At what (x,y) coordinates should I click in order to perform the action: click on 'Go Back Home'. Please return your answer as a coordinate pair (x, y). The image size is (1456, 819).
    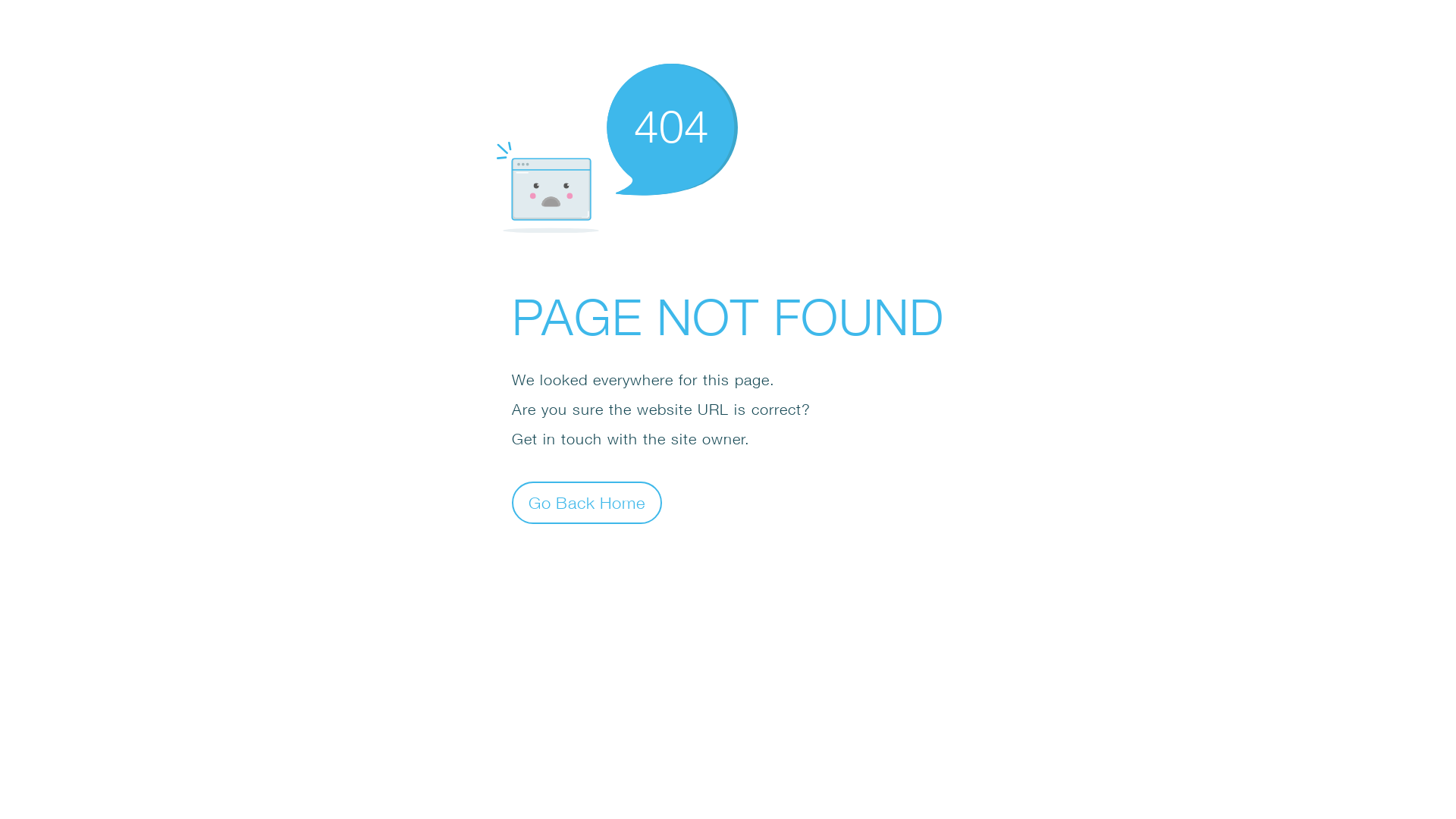
    Looking at the image, I should click on (585, 503).